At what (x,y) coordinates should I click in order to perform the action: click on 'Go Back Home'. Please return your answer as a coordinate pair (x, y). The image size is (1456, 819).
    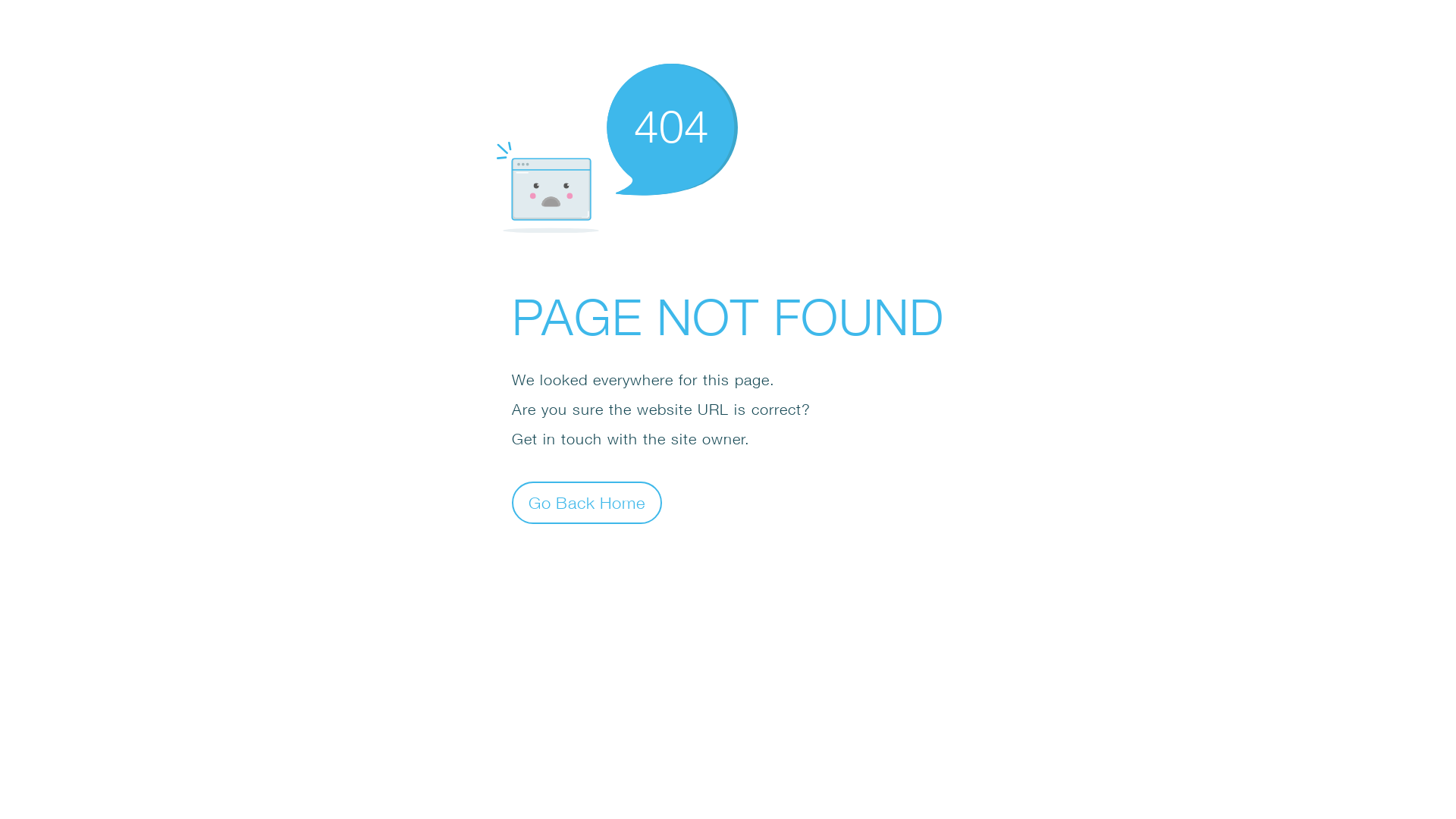
    Looking at the image, I should click on (585, 503).